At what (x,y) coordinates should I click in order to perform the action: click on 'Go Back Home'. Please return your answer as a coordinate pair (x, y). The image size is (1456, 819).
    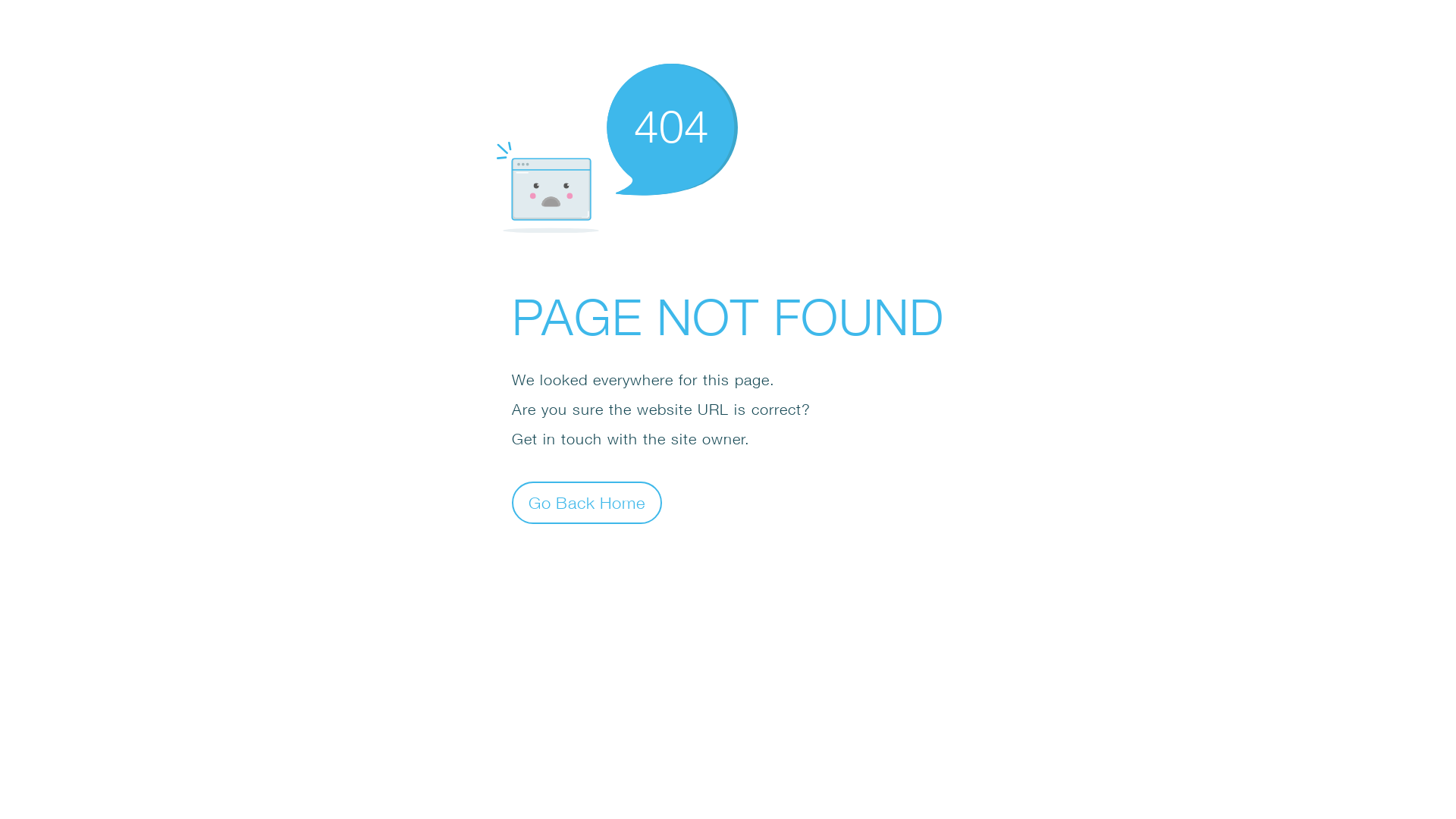
    Looking at the image, I should click on (585, 503).